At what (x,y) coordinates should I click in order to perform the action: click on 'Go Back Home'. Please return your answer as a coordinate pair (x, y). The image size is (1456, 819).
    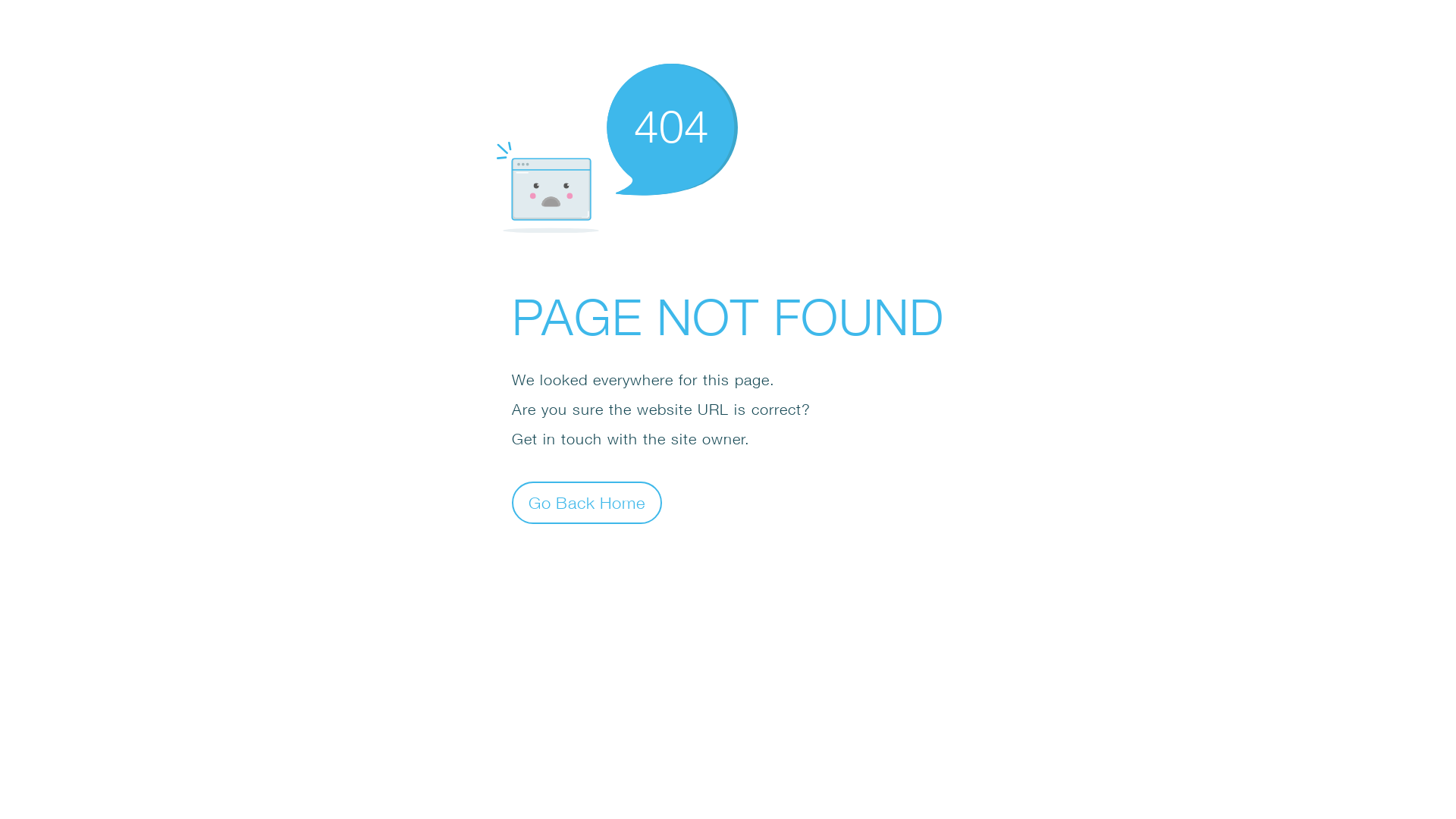
    Looking at the image, I should click on (585, 503).